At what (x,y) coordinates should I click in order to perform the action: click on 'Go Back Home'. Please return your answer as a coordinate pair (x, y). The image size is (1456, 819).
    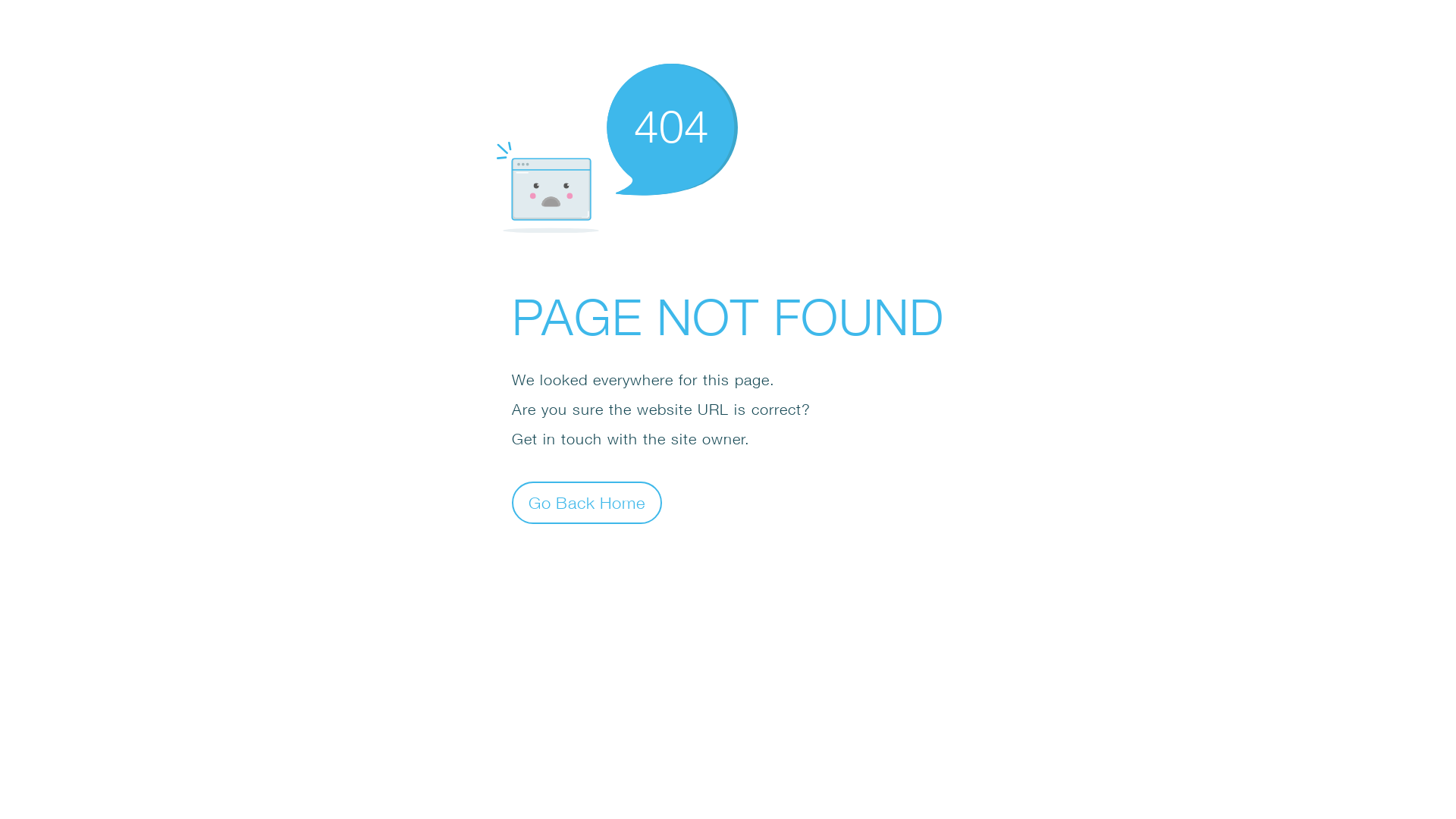
    Looking at the image, I should click on (585, 503).